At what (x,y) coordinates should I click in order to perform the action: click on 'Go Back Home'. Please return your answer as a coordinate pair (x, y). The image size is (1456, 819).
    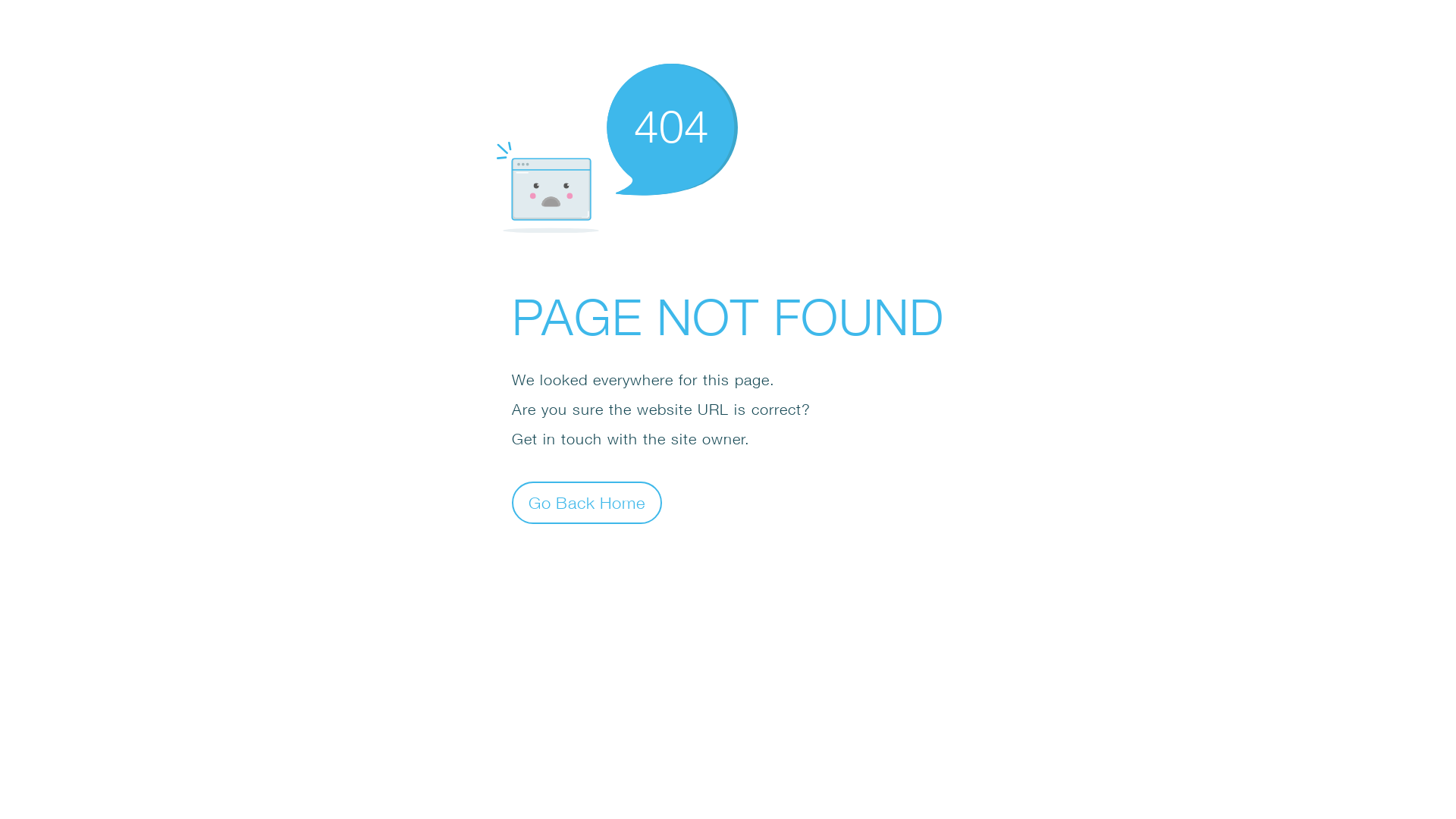
    Looking at the image, I should click on (585, 503).